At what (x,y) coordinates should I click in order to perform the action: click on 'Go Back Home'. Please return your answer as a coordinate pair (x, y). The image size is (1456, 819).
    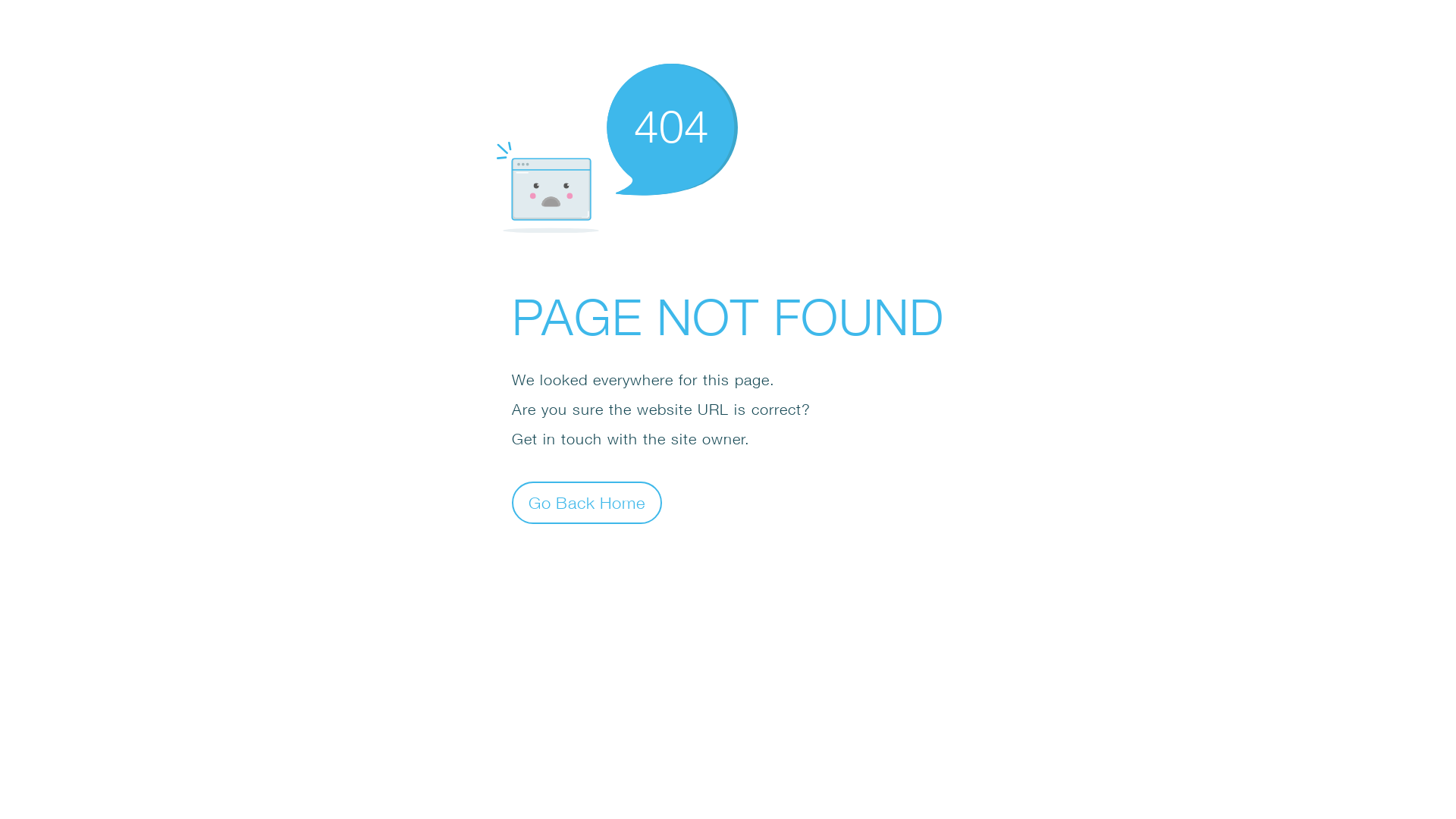
    Looking at the image, I should click on (585, 503).